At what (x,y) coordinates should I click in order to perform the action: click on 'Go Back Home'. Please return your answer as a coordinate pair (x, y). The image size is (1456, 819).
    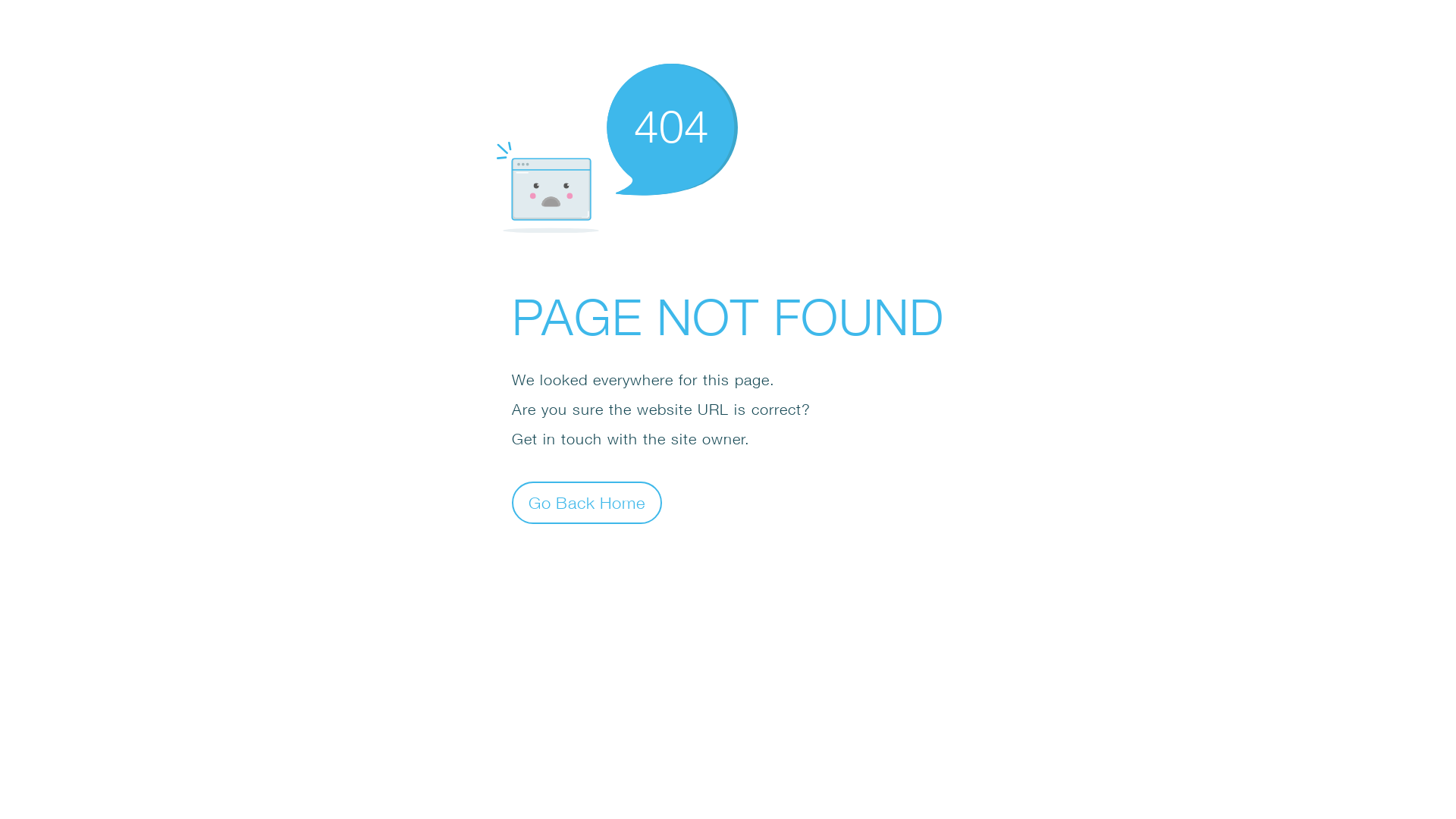
    Looking at the image, I should click on (585, 503).